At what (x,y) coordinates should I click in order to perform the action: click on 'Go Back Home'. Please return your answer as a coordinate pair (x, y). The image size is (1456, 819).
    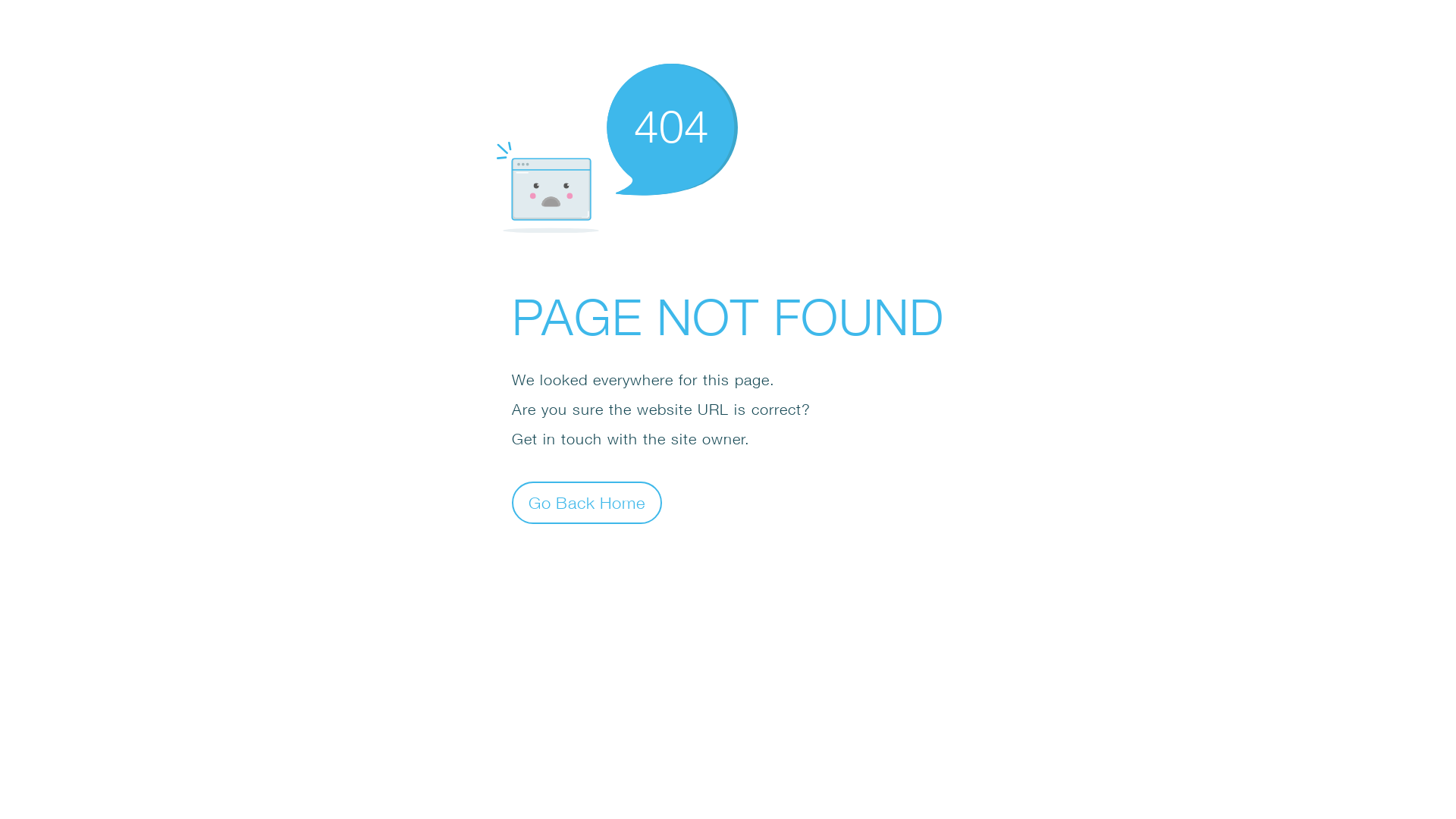
    Looking at the image, I should click on (585, 503).